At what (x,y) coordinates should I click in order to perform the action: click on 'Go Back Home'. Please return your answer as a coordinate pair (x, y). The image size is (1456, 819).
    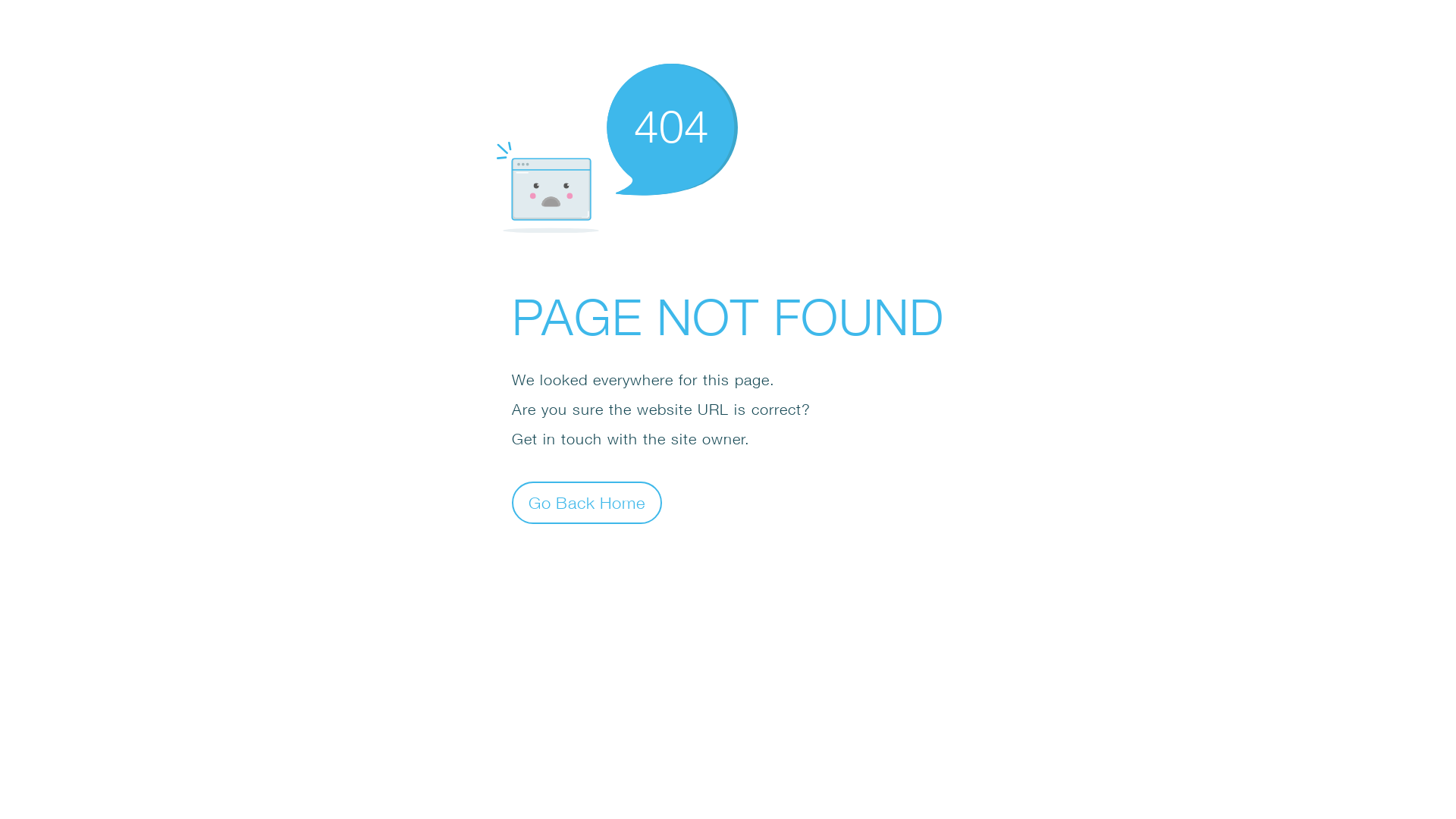
    Looking at the image, I should click on (585, 503).